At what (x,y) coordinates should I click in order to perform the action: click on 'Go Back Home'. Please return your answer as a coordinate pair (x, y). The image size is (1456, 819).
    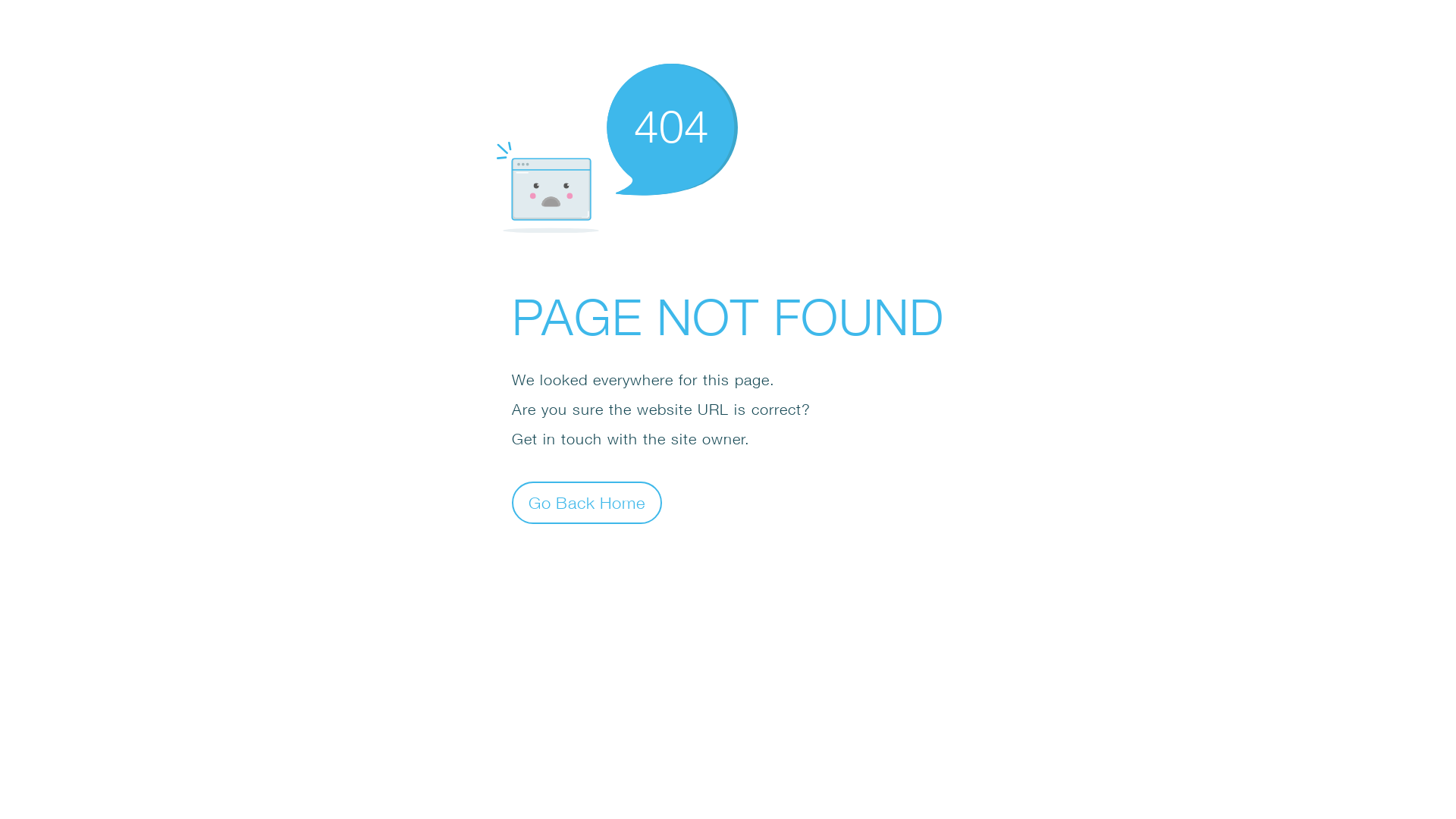
    Looking at the image, I should click on (585, 503).